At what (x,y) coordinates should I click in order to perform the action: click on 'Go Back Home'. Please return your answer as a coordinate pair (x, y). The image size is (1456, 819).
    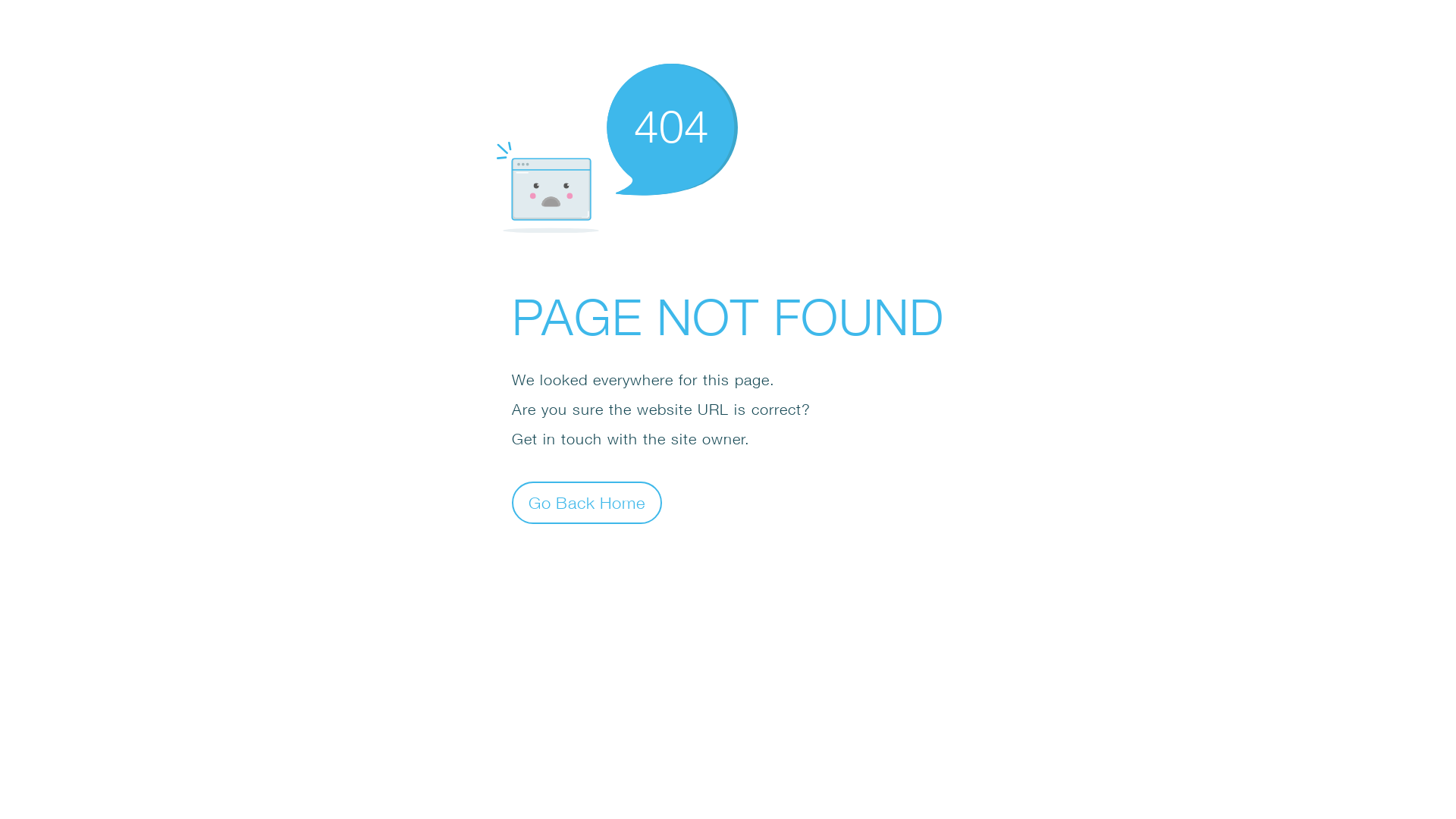
    Looking at the image, I should click on (585, 503).